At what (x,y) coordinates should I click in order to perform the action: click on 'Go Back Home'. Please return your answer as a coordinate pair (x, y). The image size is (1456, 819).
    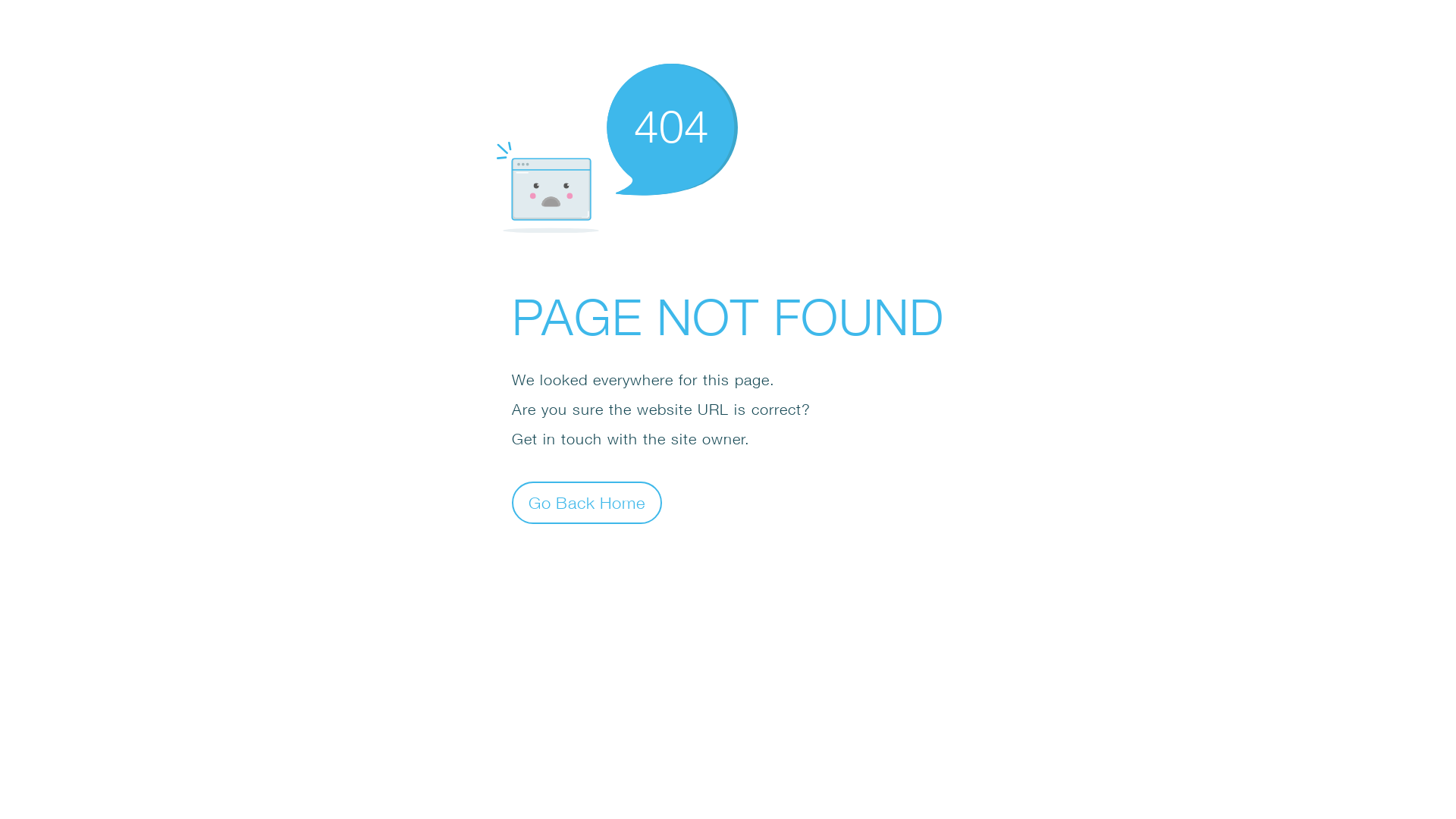
    Looking at the image, I should click on (585, 503).